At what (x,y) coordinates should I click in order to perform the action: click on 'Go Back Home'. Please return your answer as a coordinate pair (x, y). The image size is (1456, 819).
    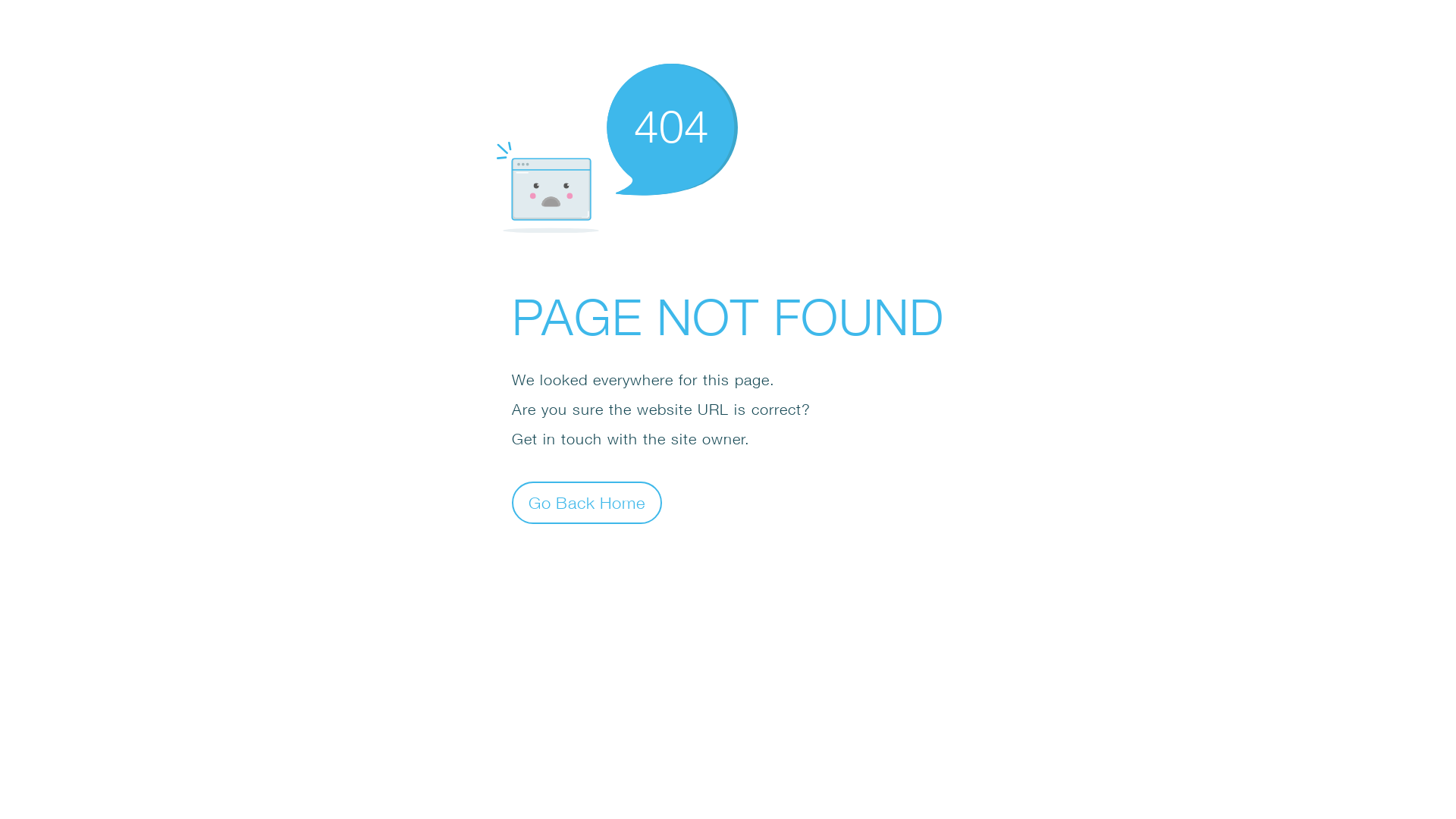
    Looking at the image, I should click on (585, 503).